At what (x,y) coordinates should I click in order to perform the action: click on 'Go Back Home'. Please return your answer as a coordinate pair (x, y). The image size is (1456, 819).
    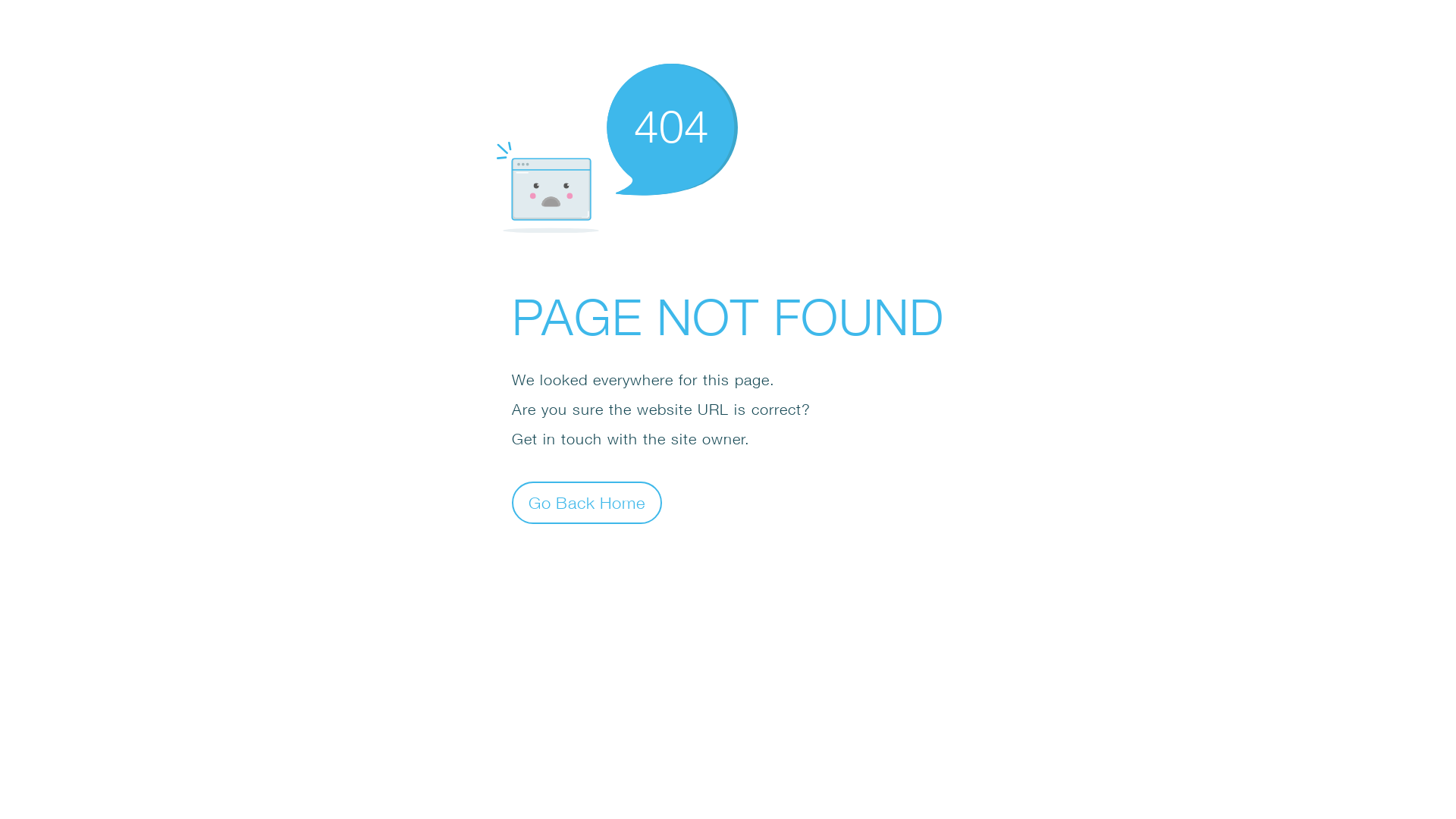
    Looking at the image, I should click on (585, 503).